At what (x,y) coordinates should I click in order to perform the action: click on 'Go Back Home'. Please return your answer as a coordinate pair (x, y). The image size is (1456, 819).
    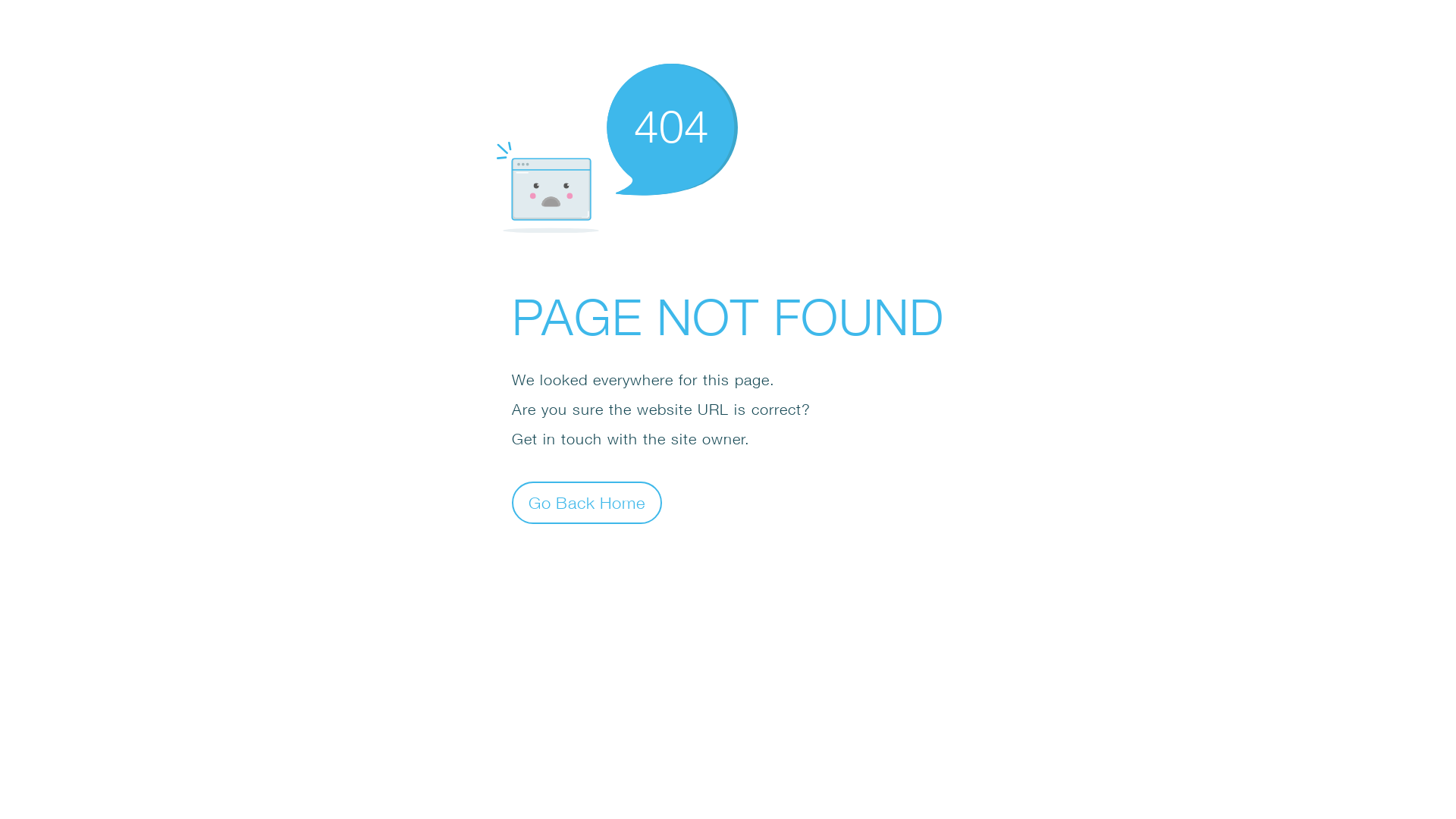
    Looking at the image, I should click on (585, 503).